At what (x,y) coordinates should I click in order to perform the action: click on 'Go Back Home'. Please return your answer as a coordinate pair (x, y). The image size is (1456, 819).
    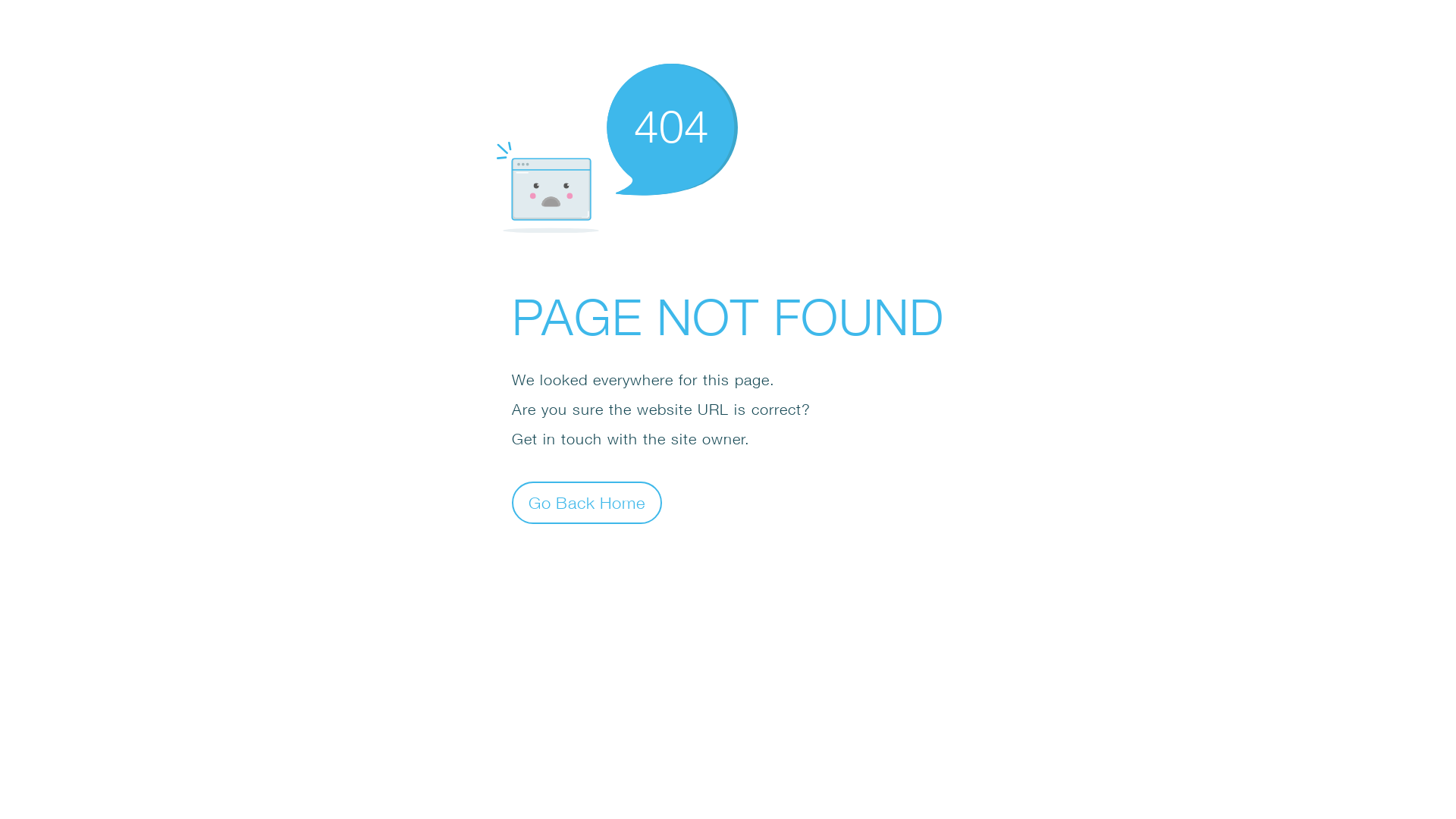
    Looking at the image, I should click on (585, 503).